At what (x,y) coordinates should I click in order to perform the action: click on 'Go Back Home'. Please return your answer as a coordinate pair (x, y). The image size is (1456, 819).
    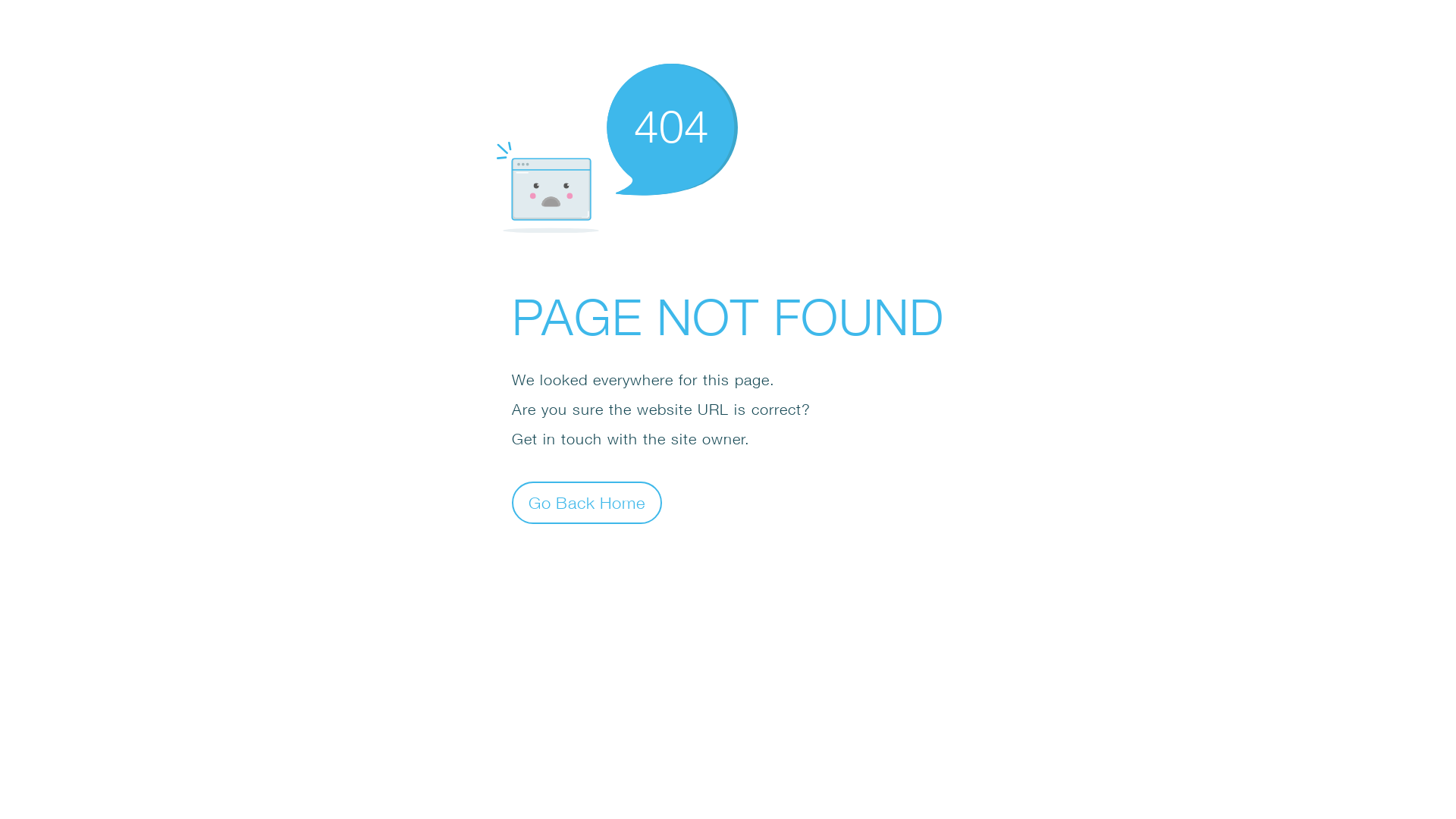
    Looking at the image, I should click on (585, 503).